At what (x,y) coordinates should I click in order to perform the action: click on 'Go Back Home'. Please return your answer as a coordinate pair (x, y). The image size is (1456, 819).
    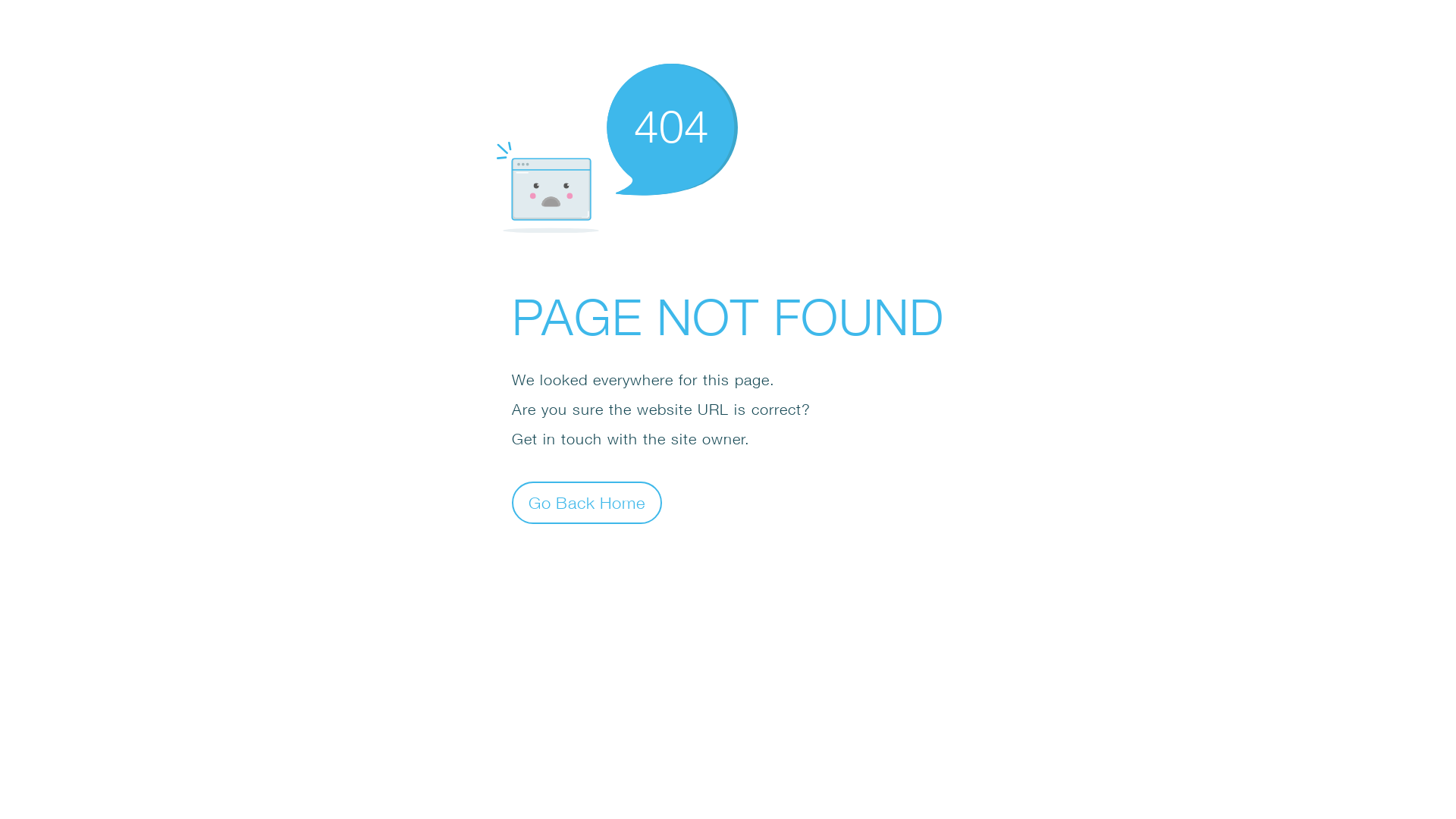
    Looking at the image, I should click on (585, 503).